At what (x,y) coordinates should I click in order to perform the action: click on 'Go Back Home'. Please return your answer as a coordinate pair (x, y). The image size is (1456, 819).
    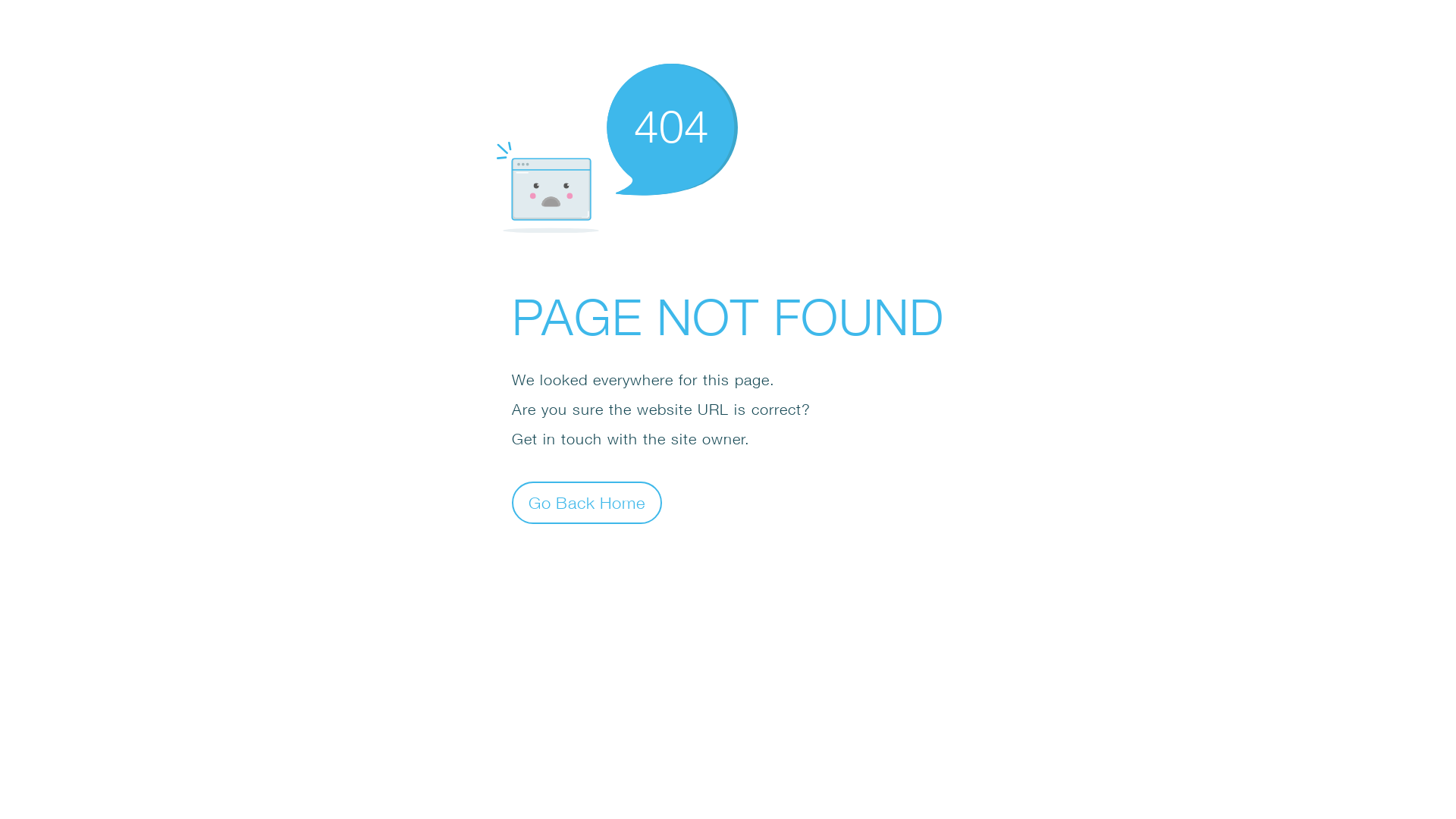
    Looking at the image, I should click on (585, 503).